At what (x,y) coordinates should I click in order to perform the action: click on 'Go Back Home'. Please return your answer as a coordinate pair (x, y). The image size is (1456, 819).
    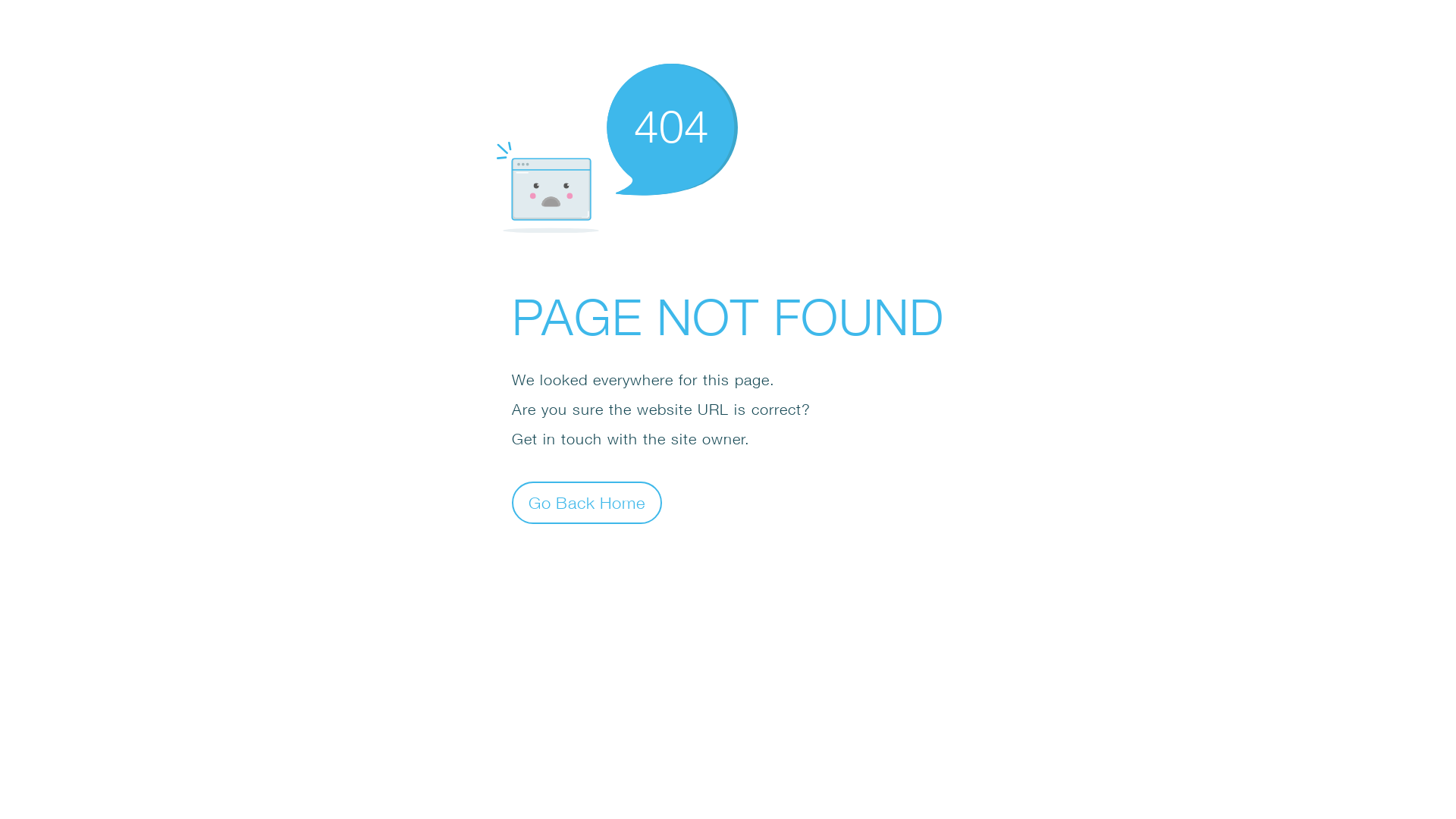
    Looking at the image, I should click on (585, 503).